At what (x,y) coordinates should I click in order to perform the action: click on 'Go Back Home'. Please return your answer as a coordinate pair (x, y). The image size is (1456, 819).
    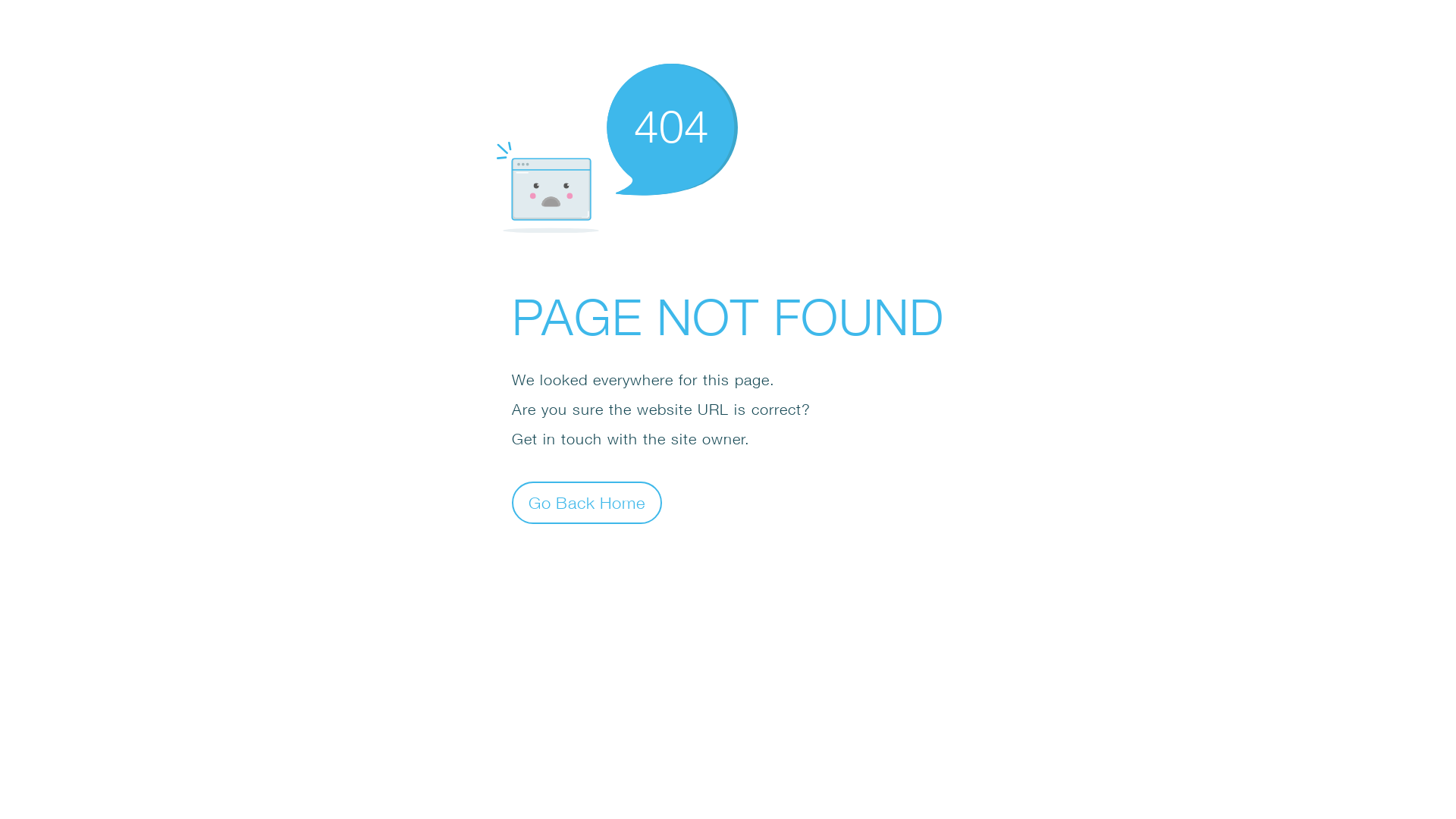
    Looking at the image, I should click on (585, 503).